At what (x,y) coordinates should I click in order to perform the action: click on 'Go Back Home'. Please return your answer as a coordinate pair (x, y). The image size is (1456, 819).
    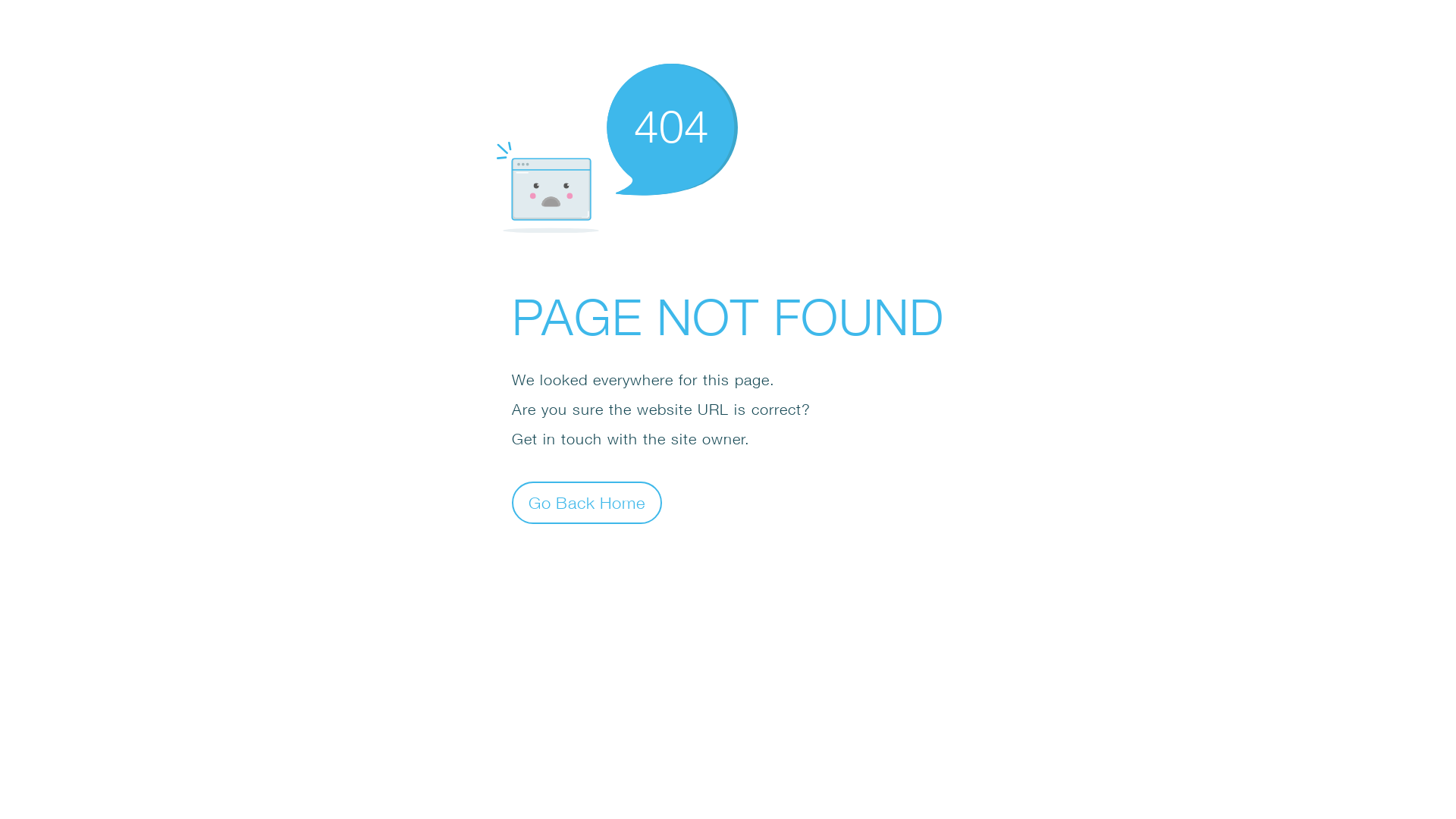
    Looking at the image, I should click on (585, 503).